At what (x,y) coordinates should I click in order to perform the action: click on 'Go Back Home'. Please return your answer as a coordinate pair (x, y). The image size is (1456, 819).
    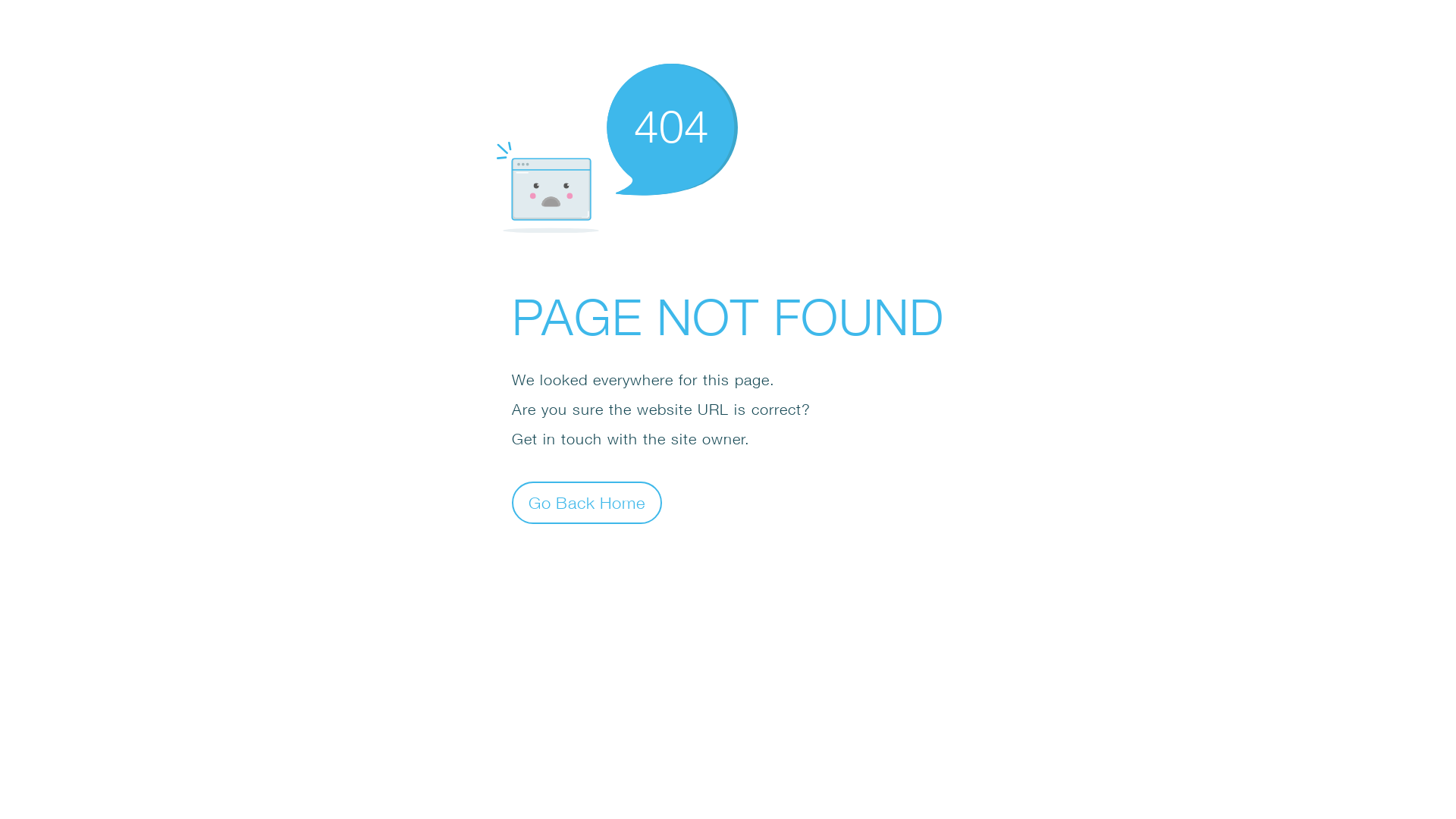
    Looking at the image, I should click on (585, 503).